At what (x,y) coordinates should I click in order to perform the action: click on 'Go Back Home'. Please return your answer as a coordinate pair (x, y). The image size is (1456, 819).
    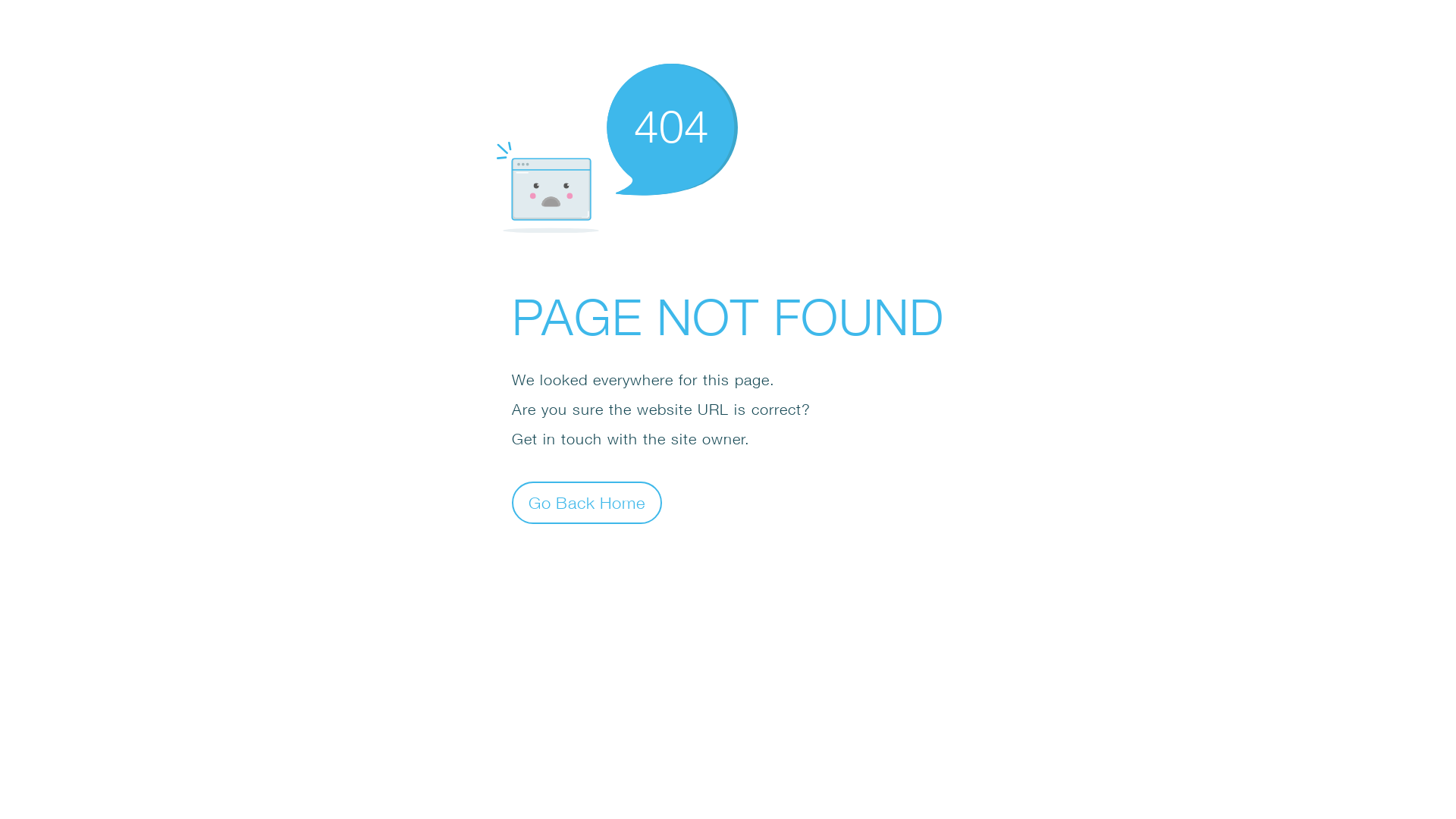
    Looking at the image, I should click on (585, 503).